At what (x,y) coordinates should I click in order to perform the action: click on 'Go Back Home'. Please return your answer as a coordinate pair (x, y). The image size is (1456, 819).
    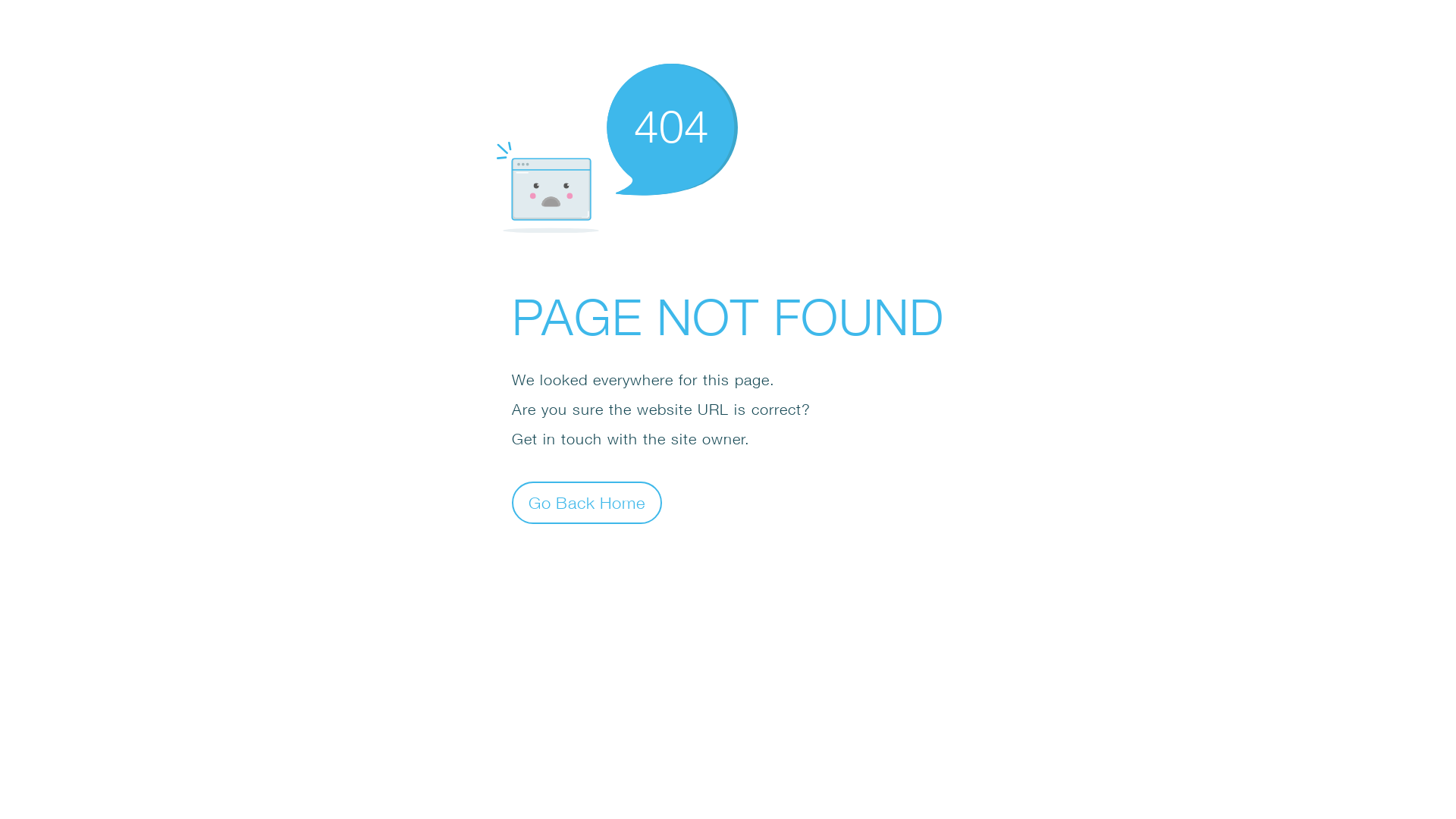
    Looking at the image, I should click on (585, 503).